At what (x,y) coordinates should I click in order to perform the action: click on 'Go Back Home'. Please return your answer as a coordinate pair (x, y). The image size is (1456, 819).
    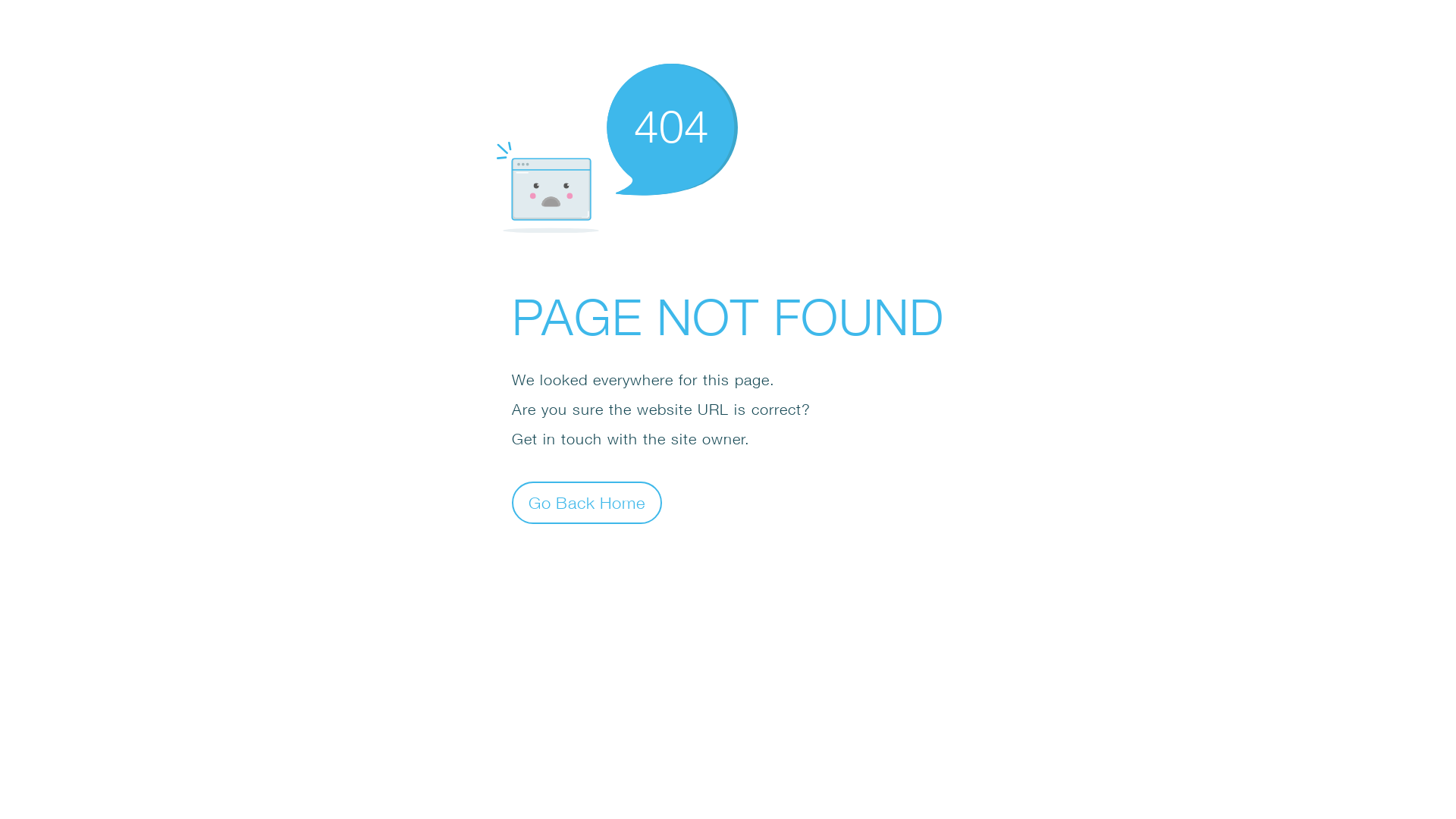
    Looking at the image, I should click on (585, 503).